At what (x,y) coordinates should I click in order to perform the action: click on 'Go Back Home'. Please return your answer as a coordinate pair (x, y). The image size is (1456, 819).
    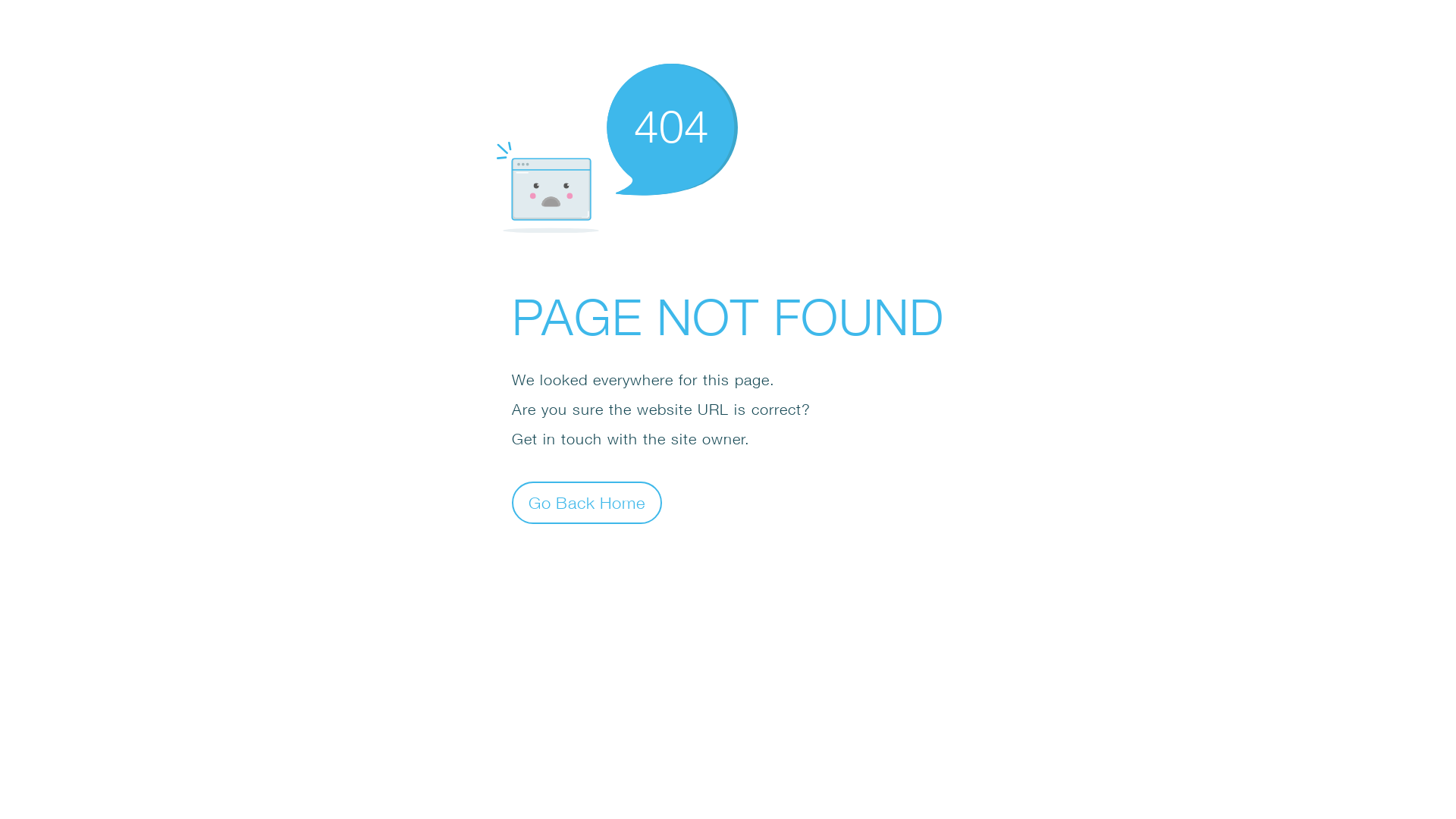
    Looking at the image, I should click on (585, 503).